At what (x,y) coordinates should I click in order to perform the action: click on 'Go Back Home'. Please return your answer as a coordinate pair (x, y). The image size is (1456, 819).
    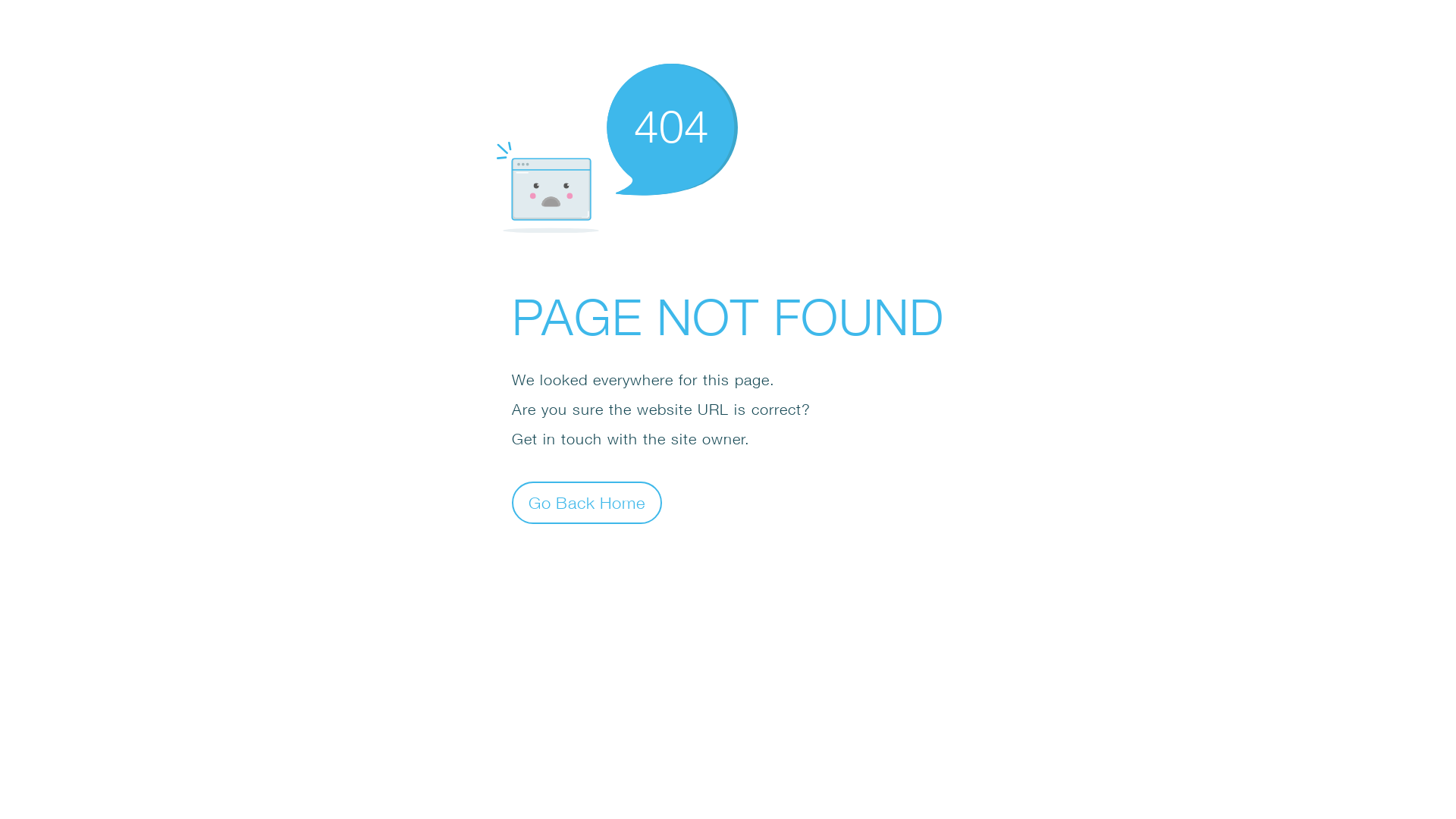
    Looking at the image, I should click on (585, 503).